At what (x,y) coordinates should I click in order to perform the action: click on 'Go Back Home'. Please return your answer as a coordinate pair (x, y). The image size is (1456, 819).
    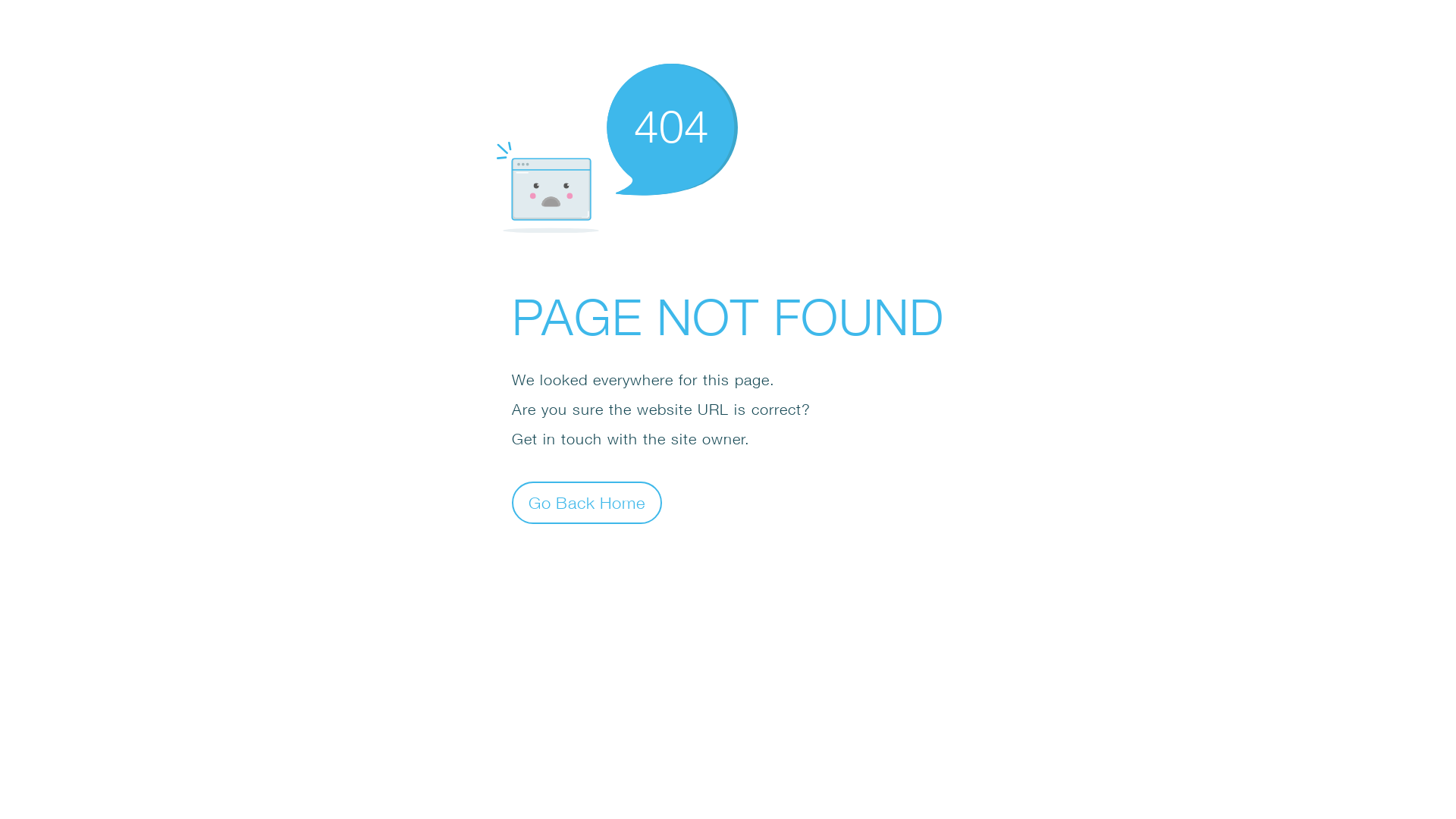
    Looking at the image, I should click on (585, 503).